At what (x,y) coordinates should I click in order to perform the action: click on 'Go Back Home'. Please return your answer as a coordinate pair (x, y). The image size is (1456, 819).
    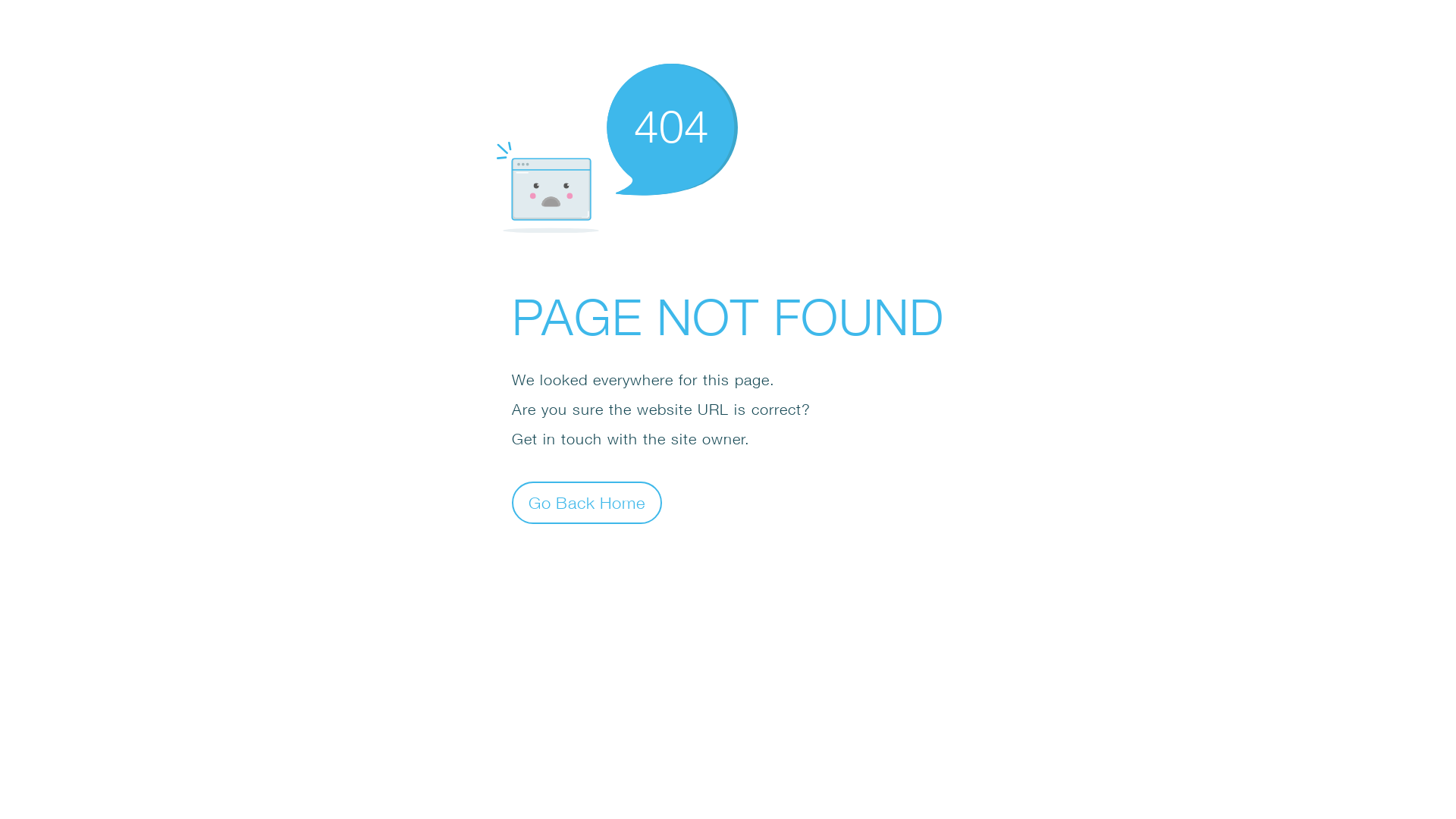
    Looking at the image, I should click on (585, 503).